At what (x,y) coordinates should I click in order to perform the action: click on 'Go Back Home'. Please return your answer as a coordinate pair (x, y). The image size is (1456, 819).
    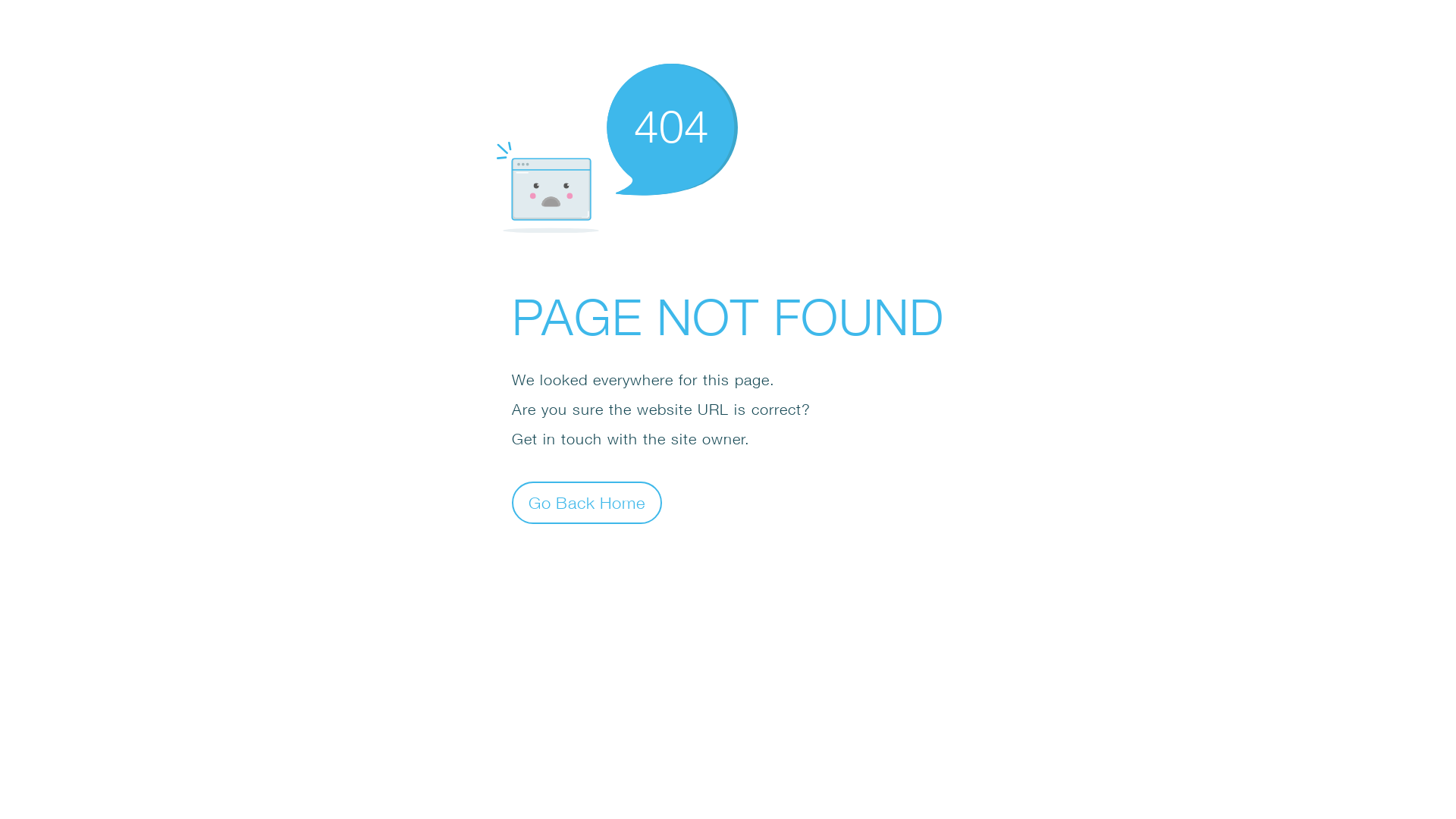
    Looking at the image, I should click on (585, 503).